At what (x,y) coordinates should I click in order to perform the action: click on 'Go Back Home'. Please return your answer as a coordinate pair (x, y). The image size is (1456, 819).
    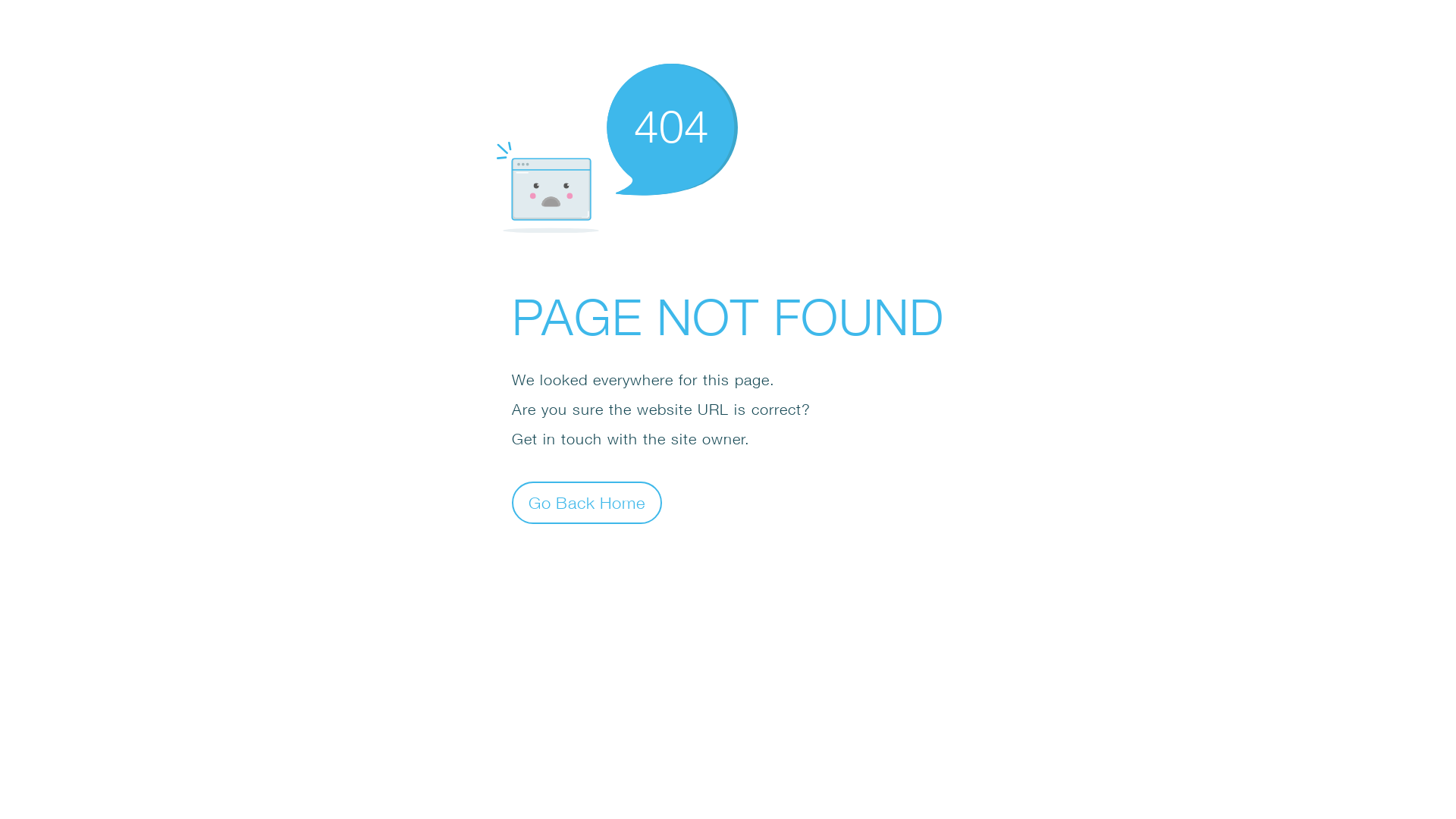
    Looking at the image, I should click on (585, 503).